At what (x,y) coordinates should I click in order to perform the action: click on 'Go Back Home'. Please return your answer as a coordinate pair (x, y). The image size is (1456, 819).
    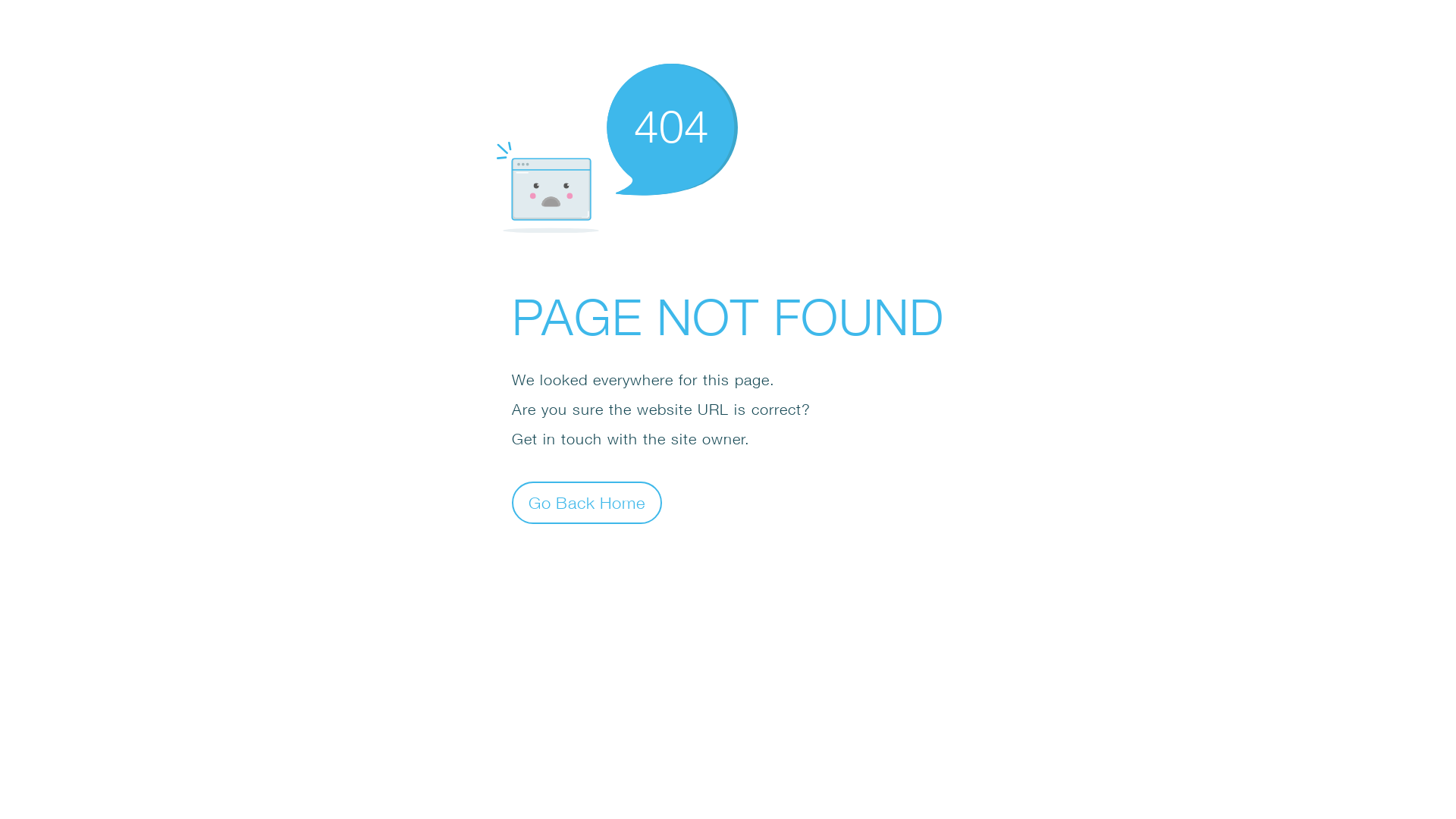
    Looking at the image, I should click on (585, 503).